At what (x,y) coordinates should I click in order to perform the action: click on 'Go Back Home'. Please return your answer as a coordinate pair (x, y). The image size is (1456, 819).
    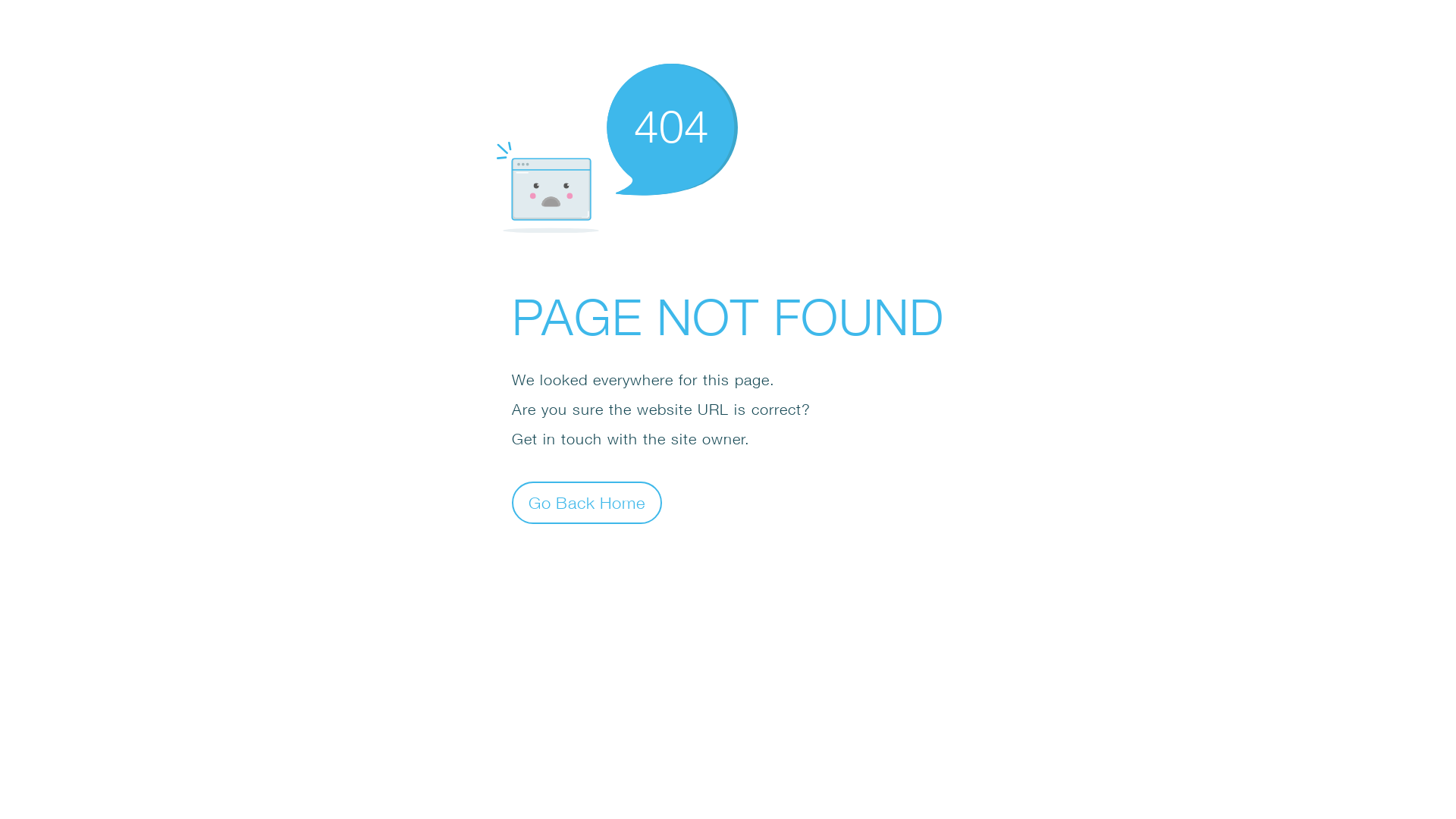
    Looking at the image, I should click on (585, 503).